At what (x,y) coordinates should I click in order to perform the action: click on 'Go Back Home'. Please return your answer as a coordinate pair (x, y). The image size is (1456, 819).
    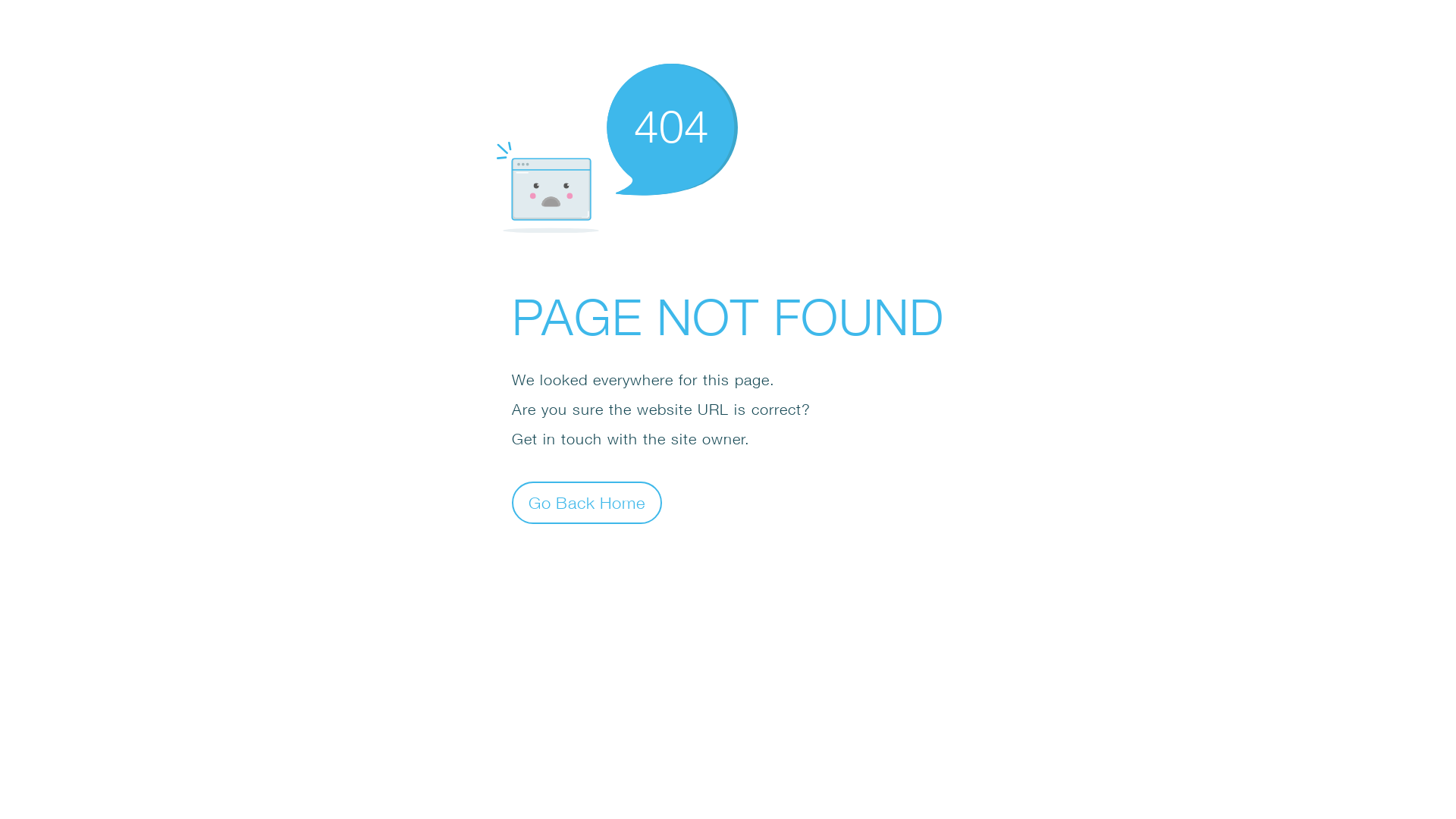
    Looking at the image, I should click on (585, 503).